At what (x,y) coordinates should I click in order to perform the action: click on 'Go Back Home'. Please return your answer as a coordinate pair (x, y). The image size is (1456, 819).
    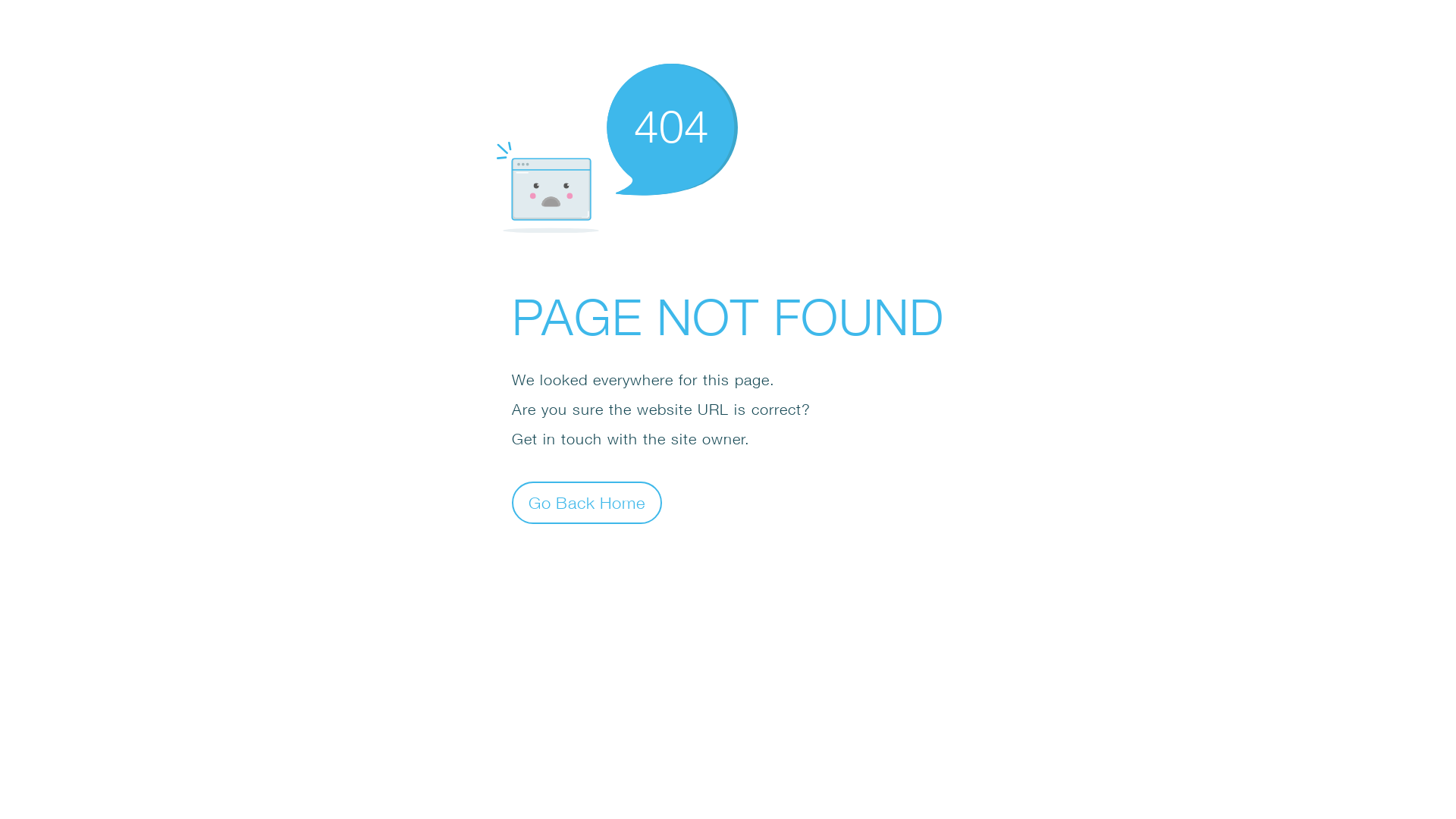
    Looking at the image, I should click on (585, 503).